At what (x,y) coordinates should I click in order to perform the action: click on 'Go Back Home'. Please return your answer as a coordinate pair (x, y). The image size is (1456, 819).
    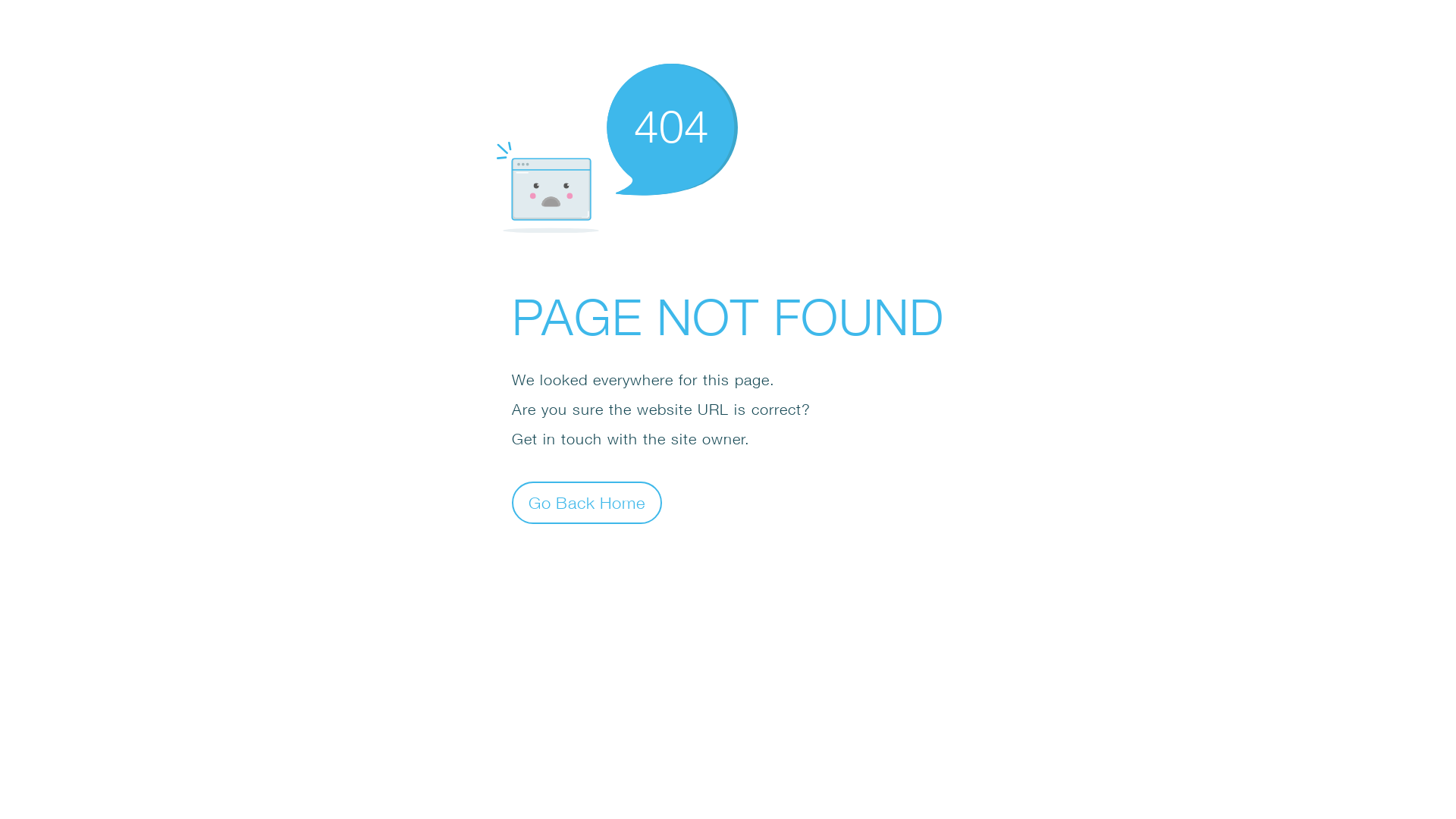
    Looking at the image, I should click on (585, 503).